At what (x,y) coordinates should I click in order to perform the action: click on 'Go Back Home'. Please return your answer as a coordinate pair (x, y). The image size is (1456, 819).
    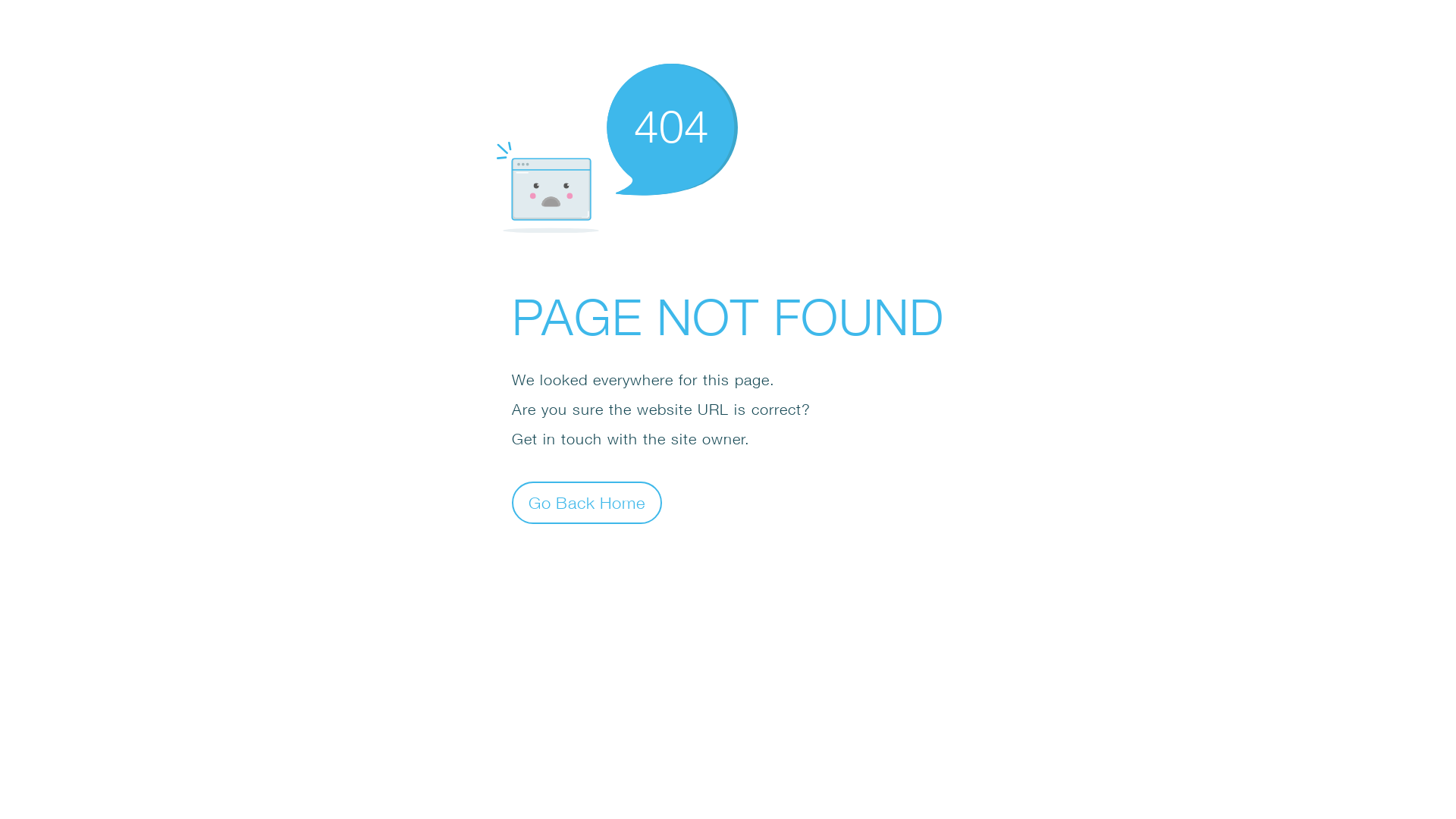
    Looking at the image, I should click on (585, 503).